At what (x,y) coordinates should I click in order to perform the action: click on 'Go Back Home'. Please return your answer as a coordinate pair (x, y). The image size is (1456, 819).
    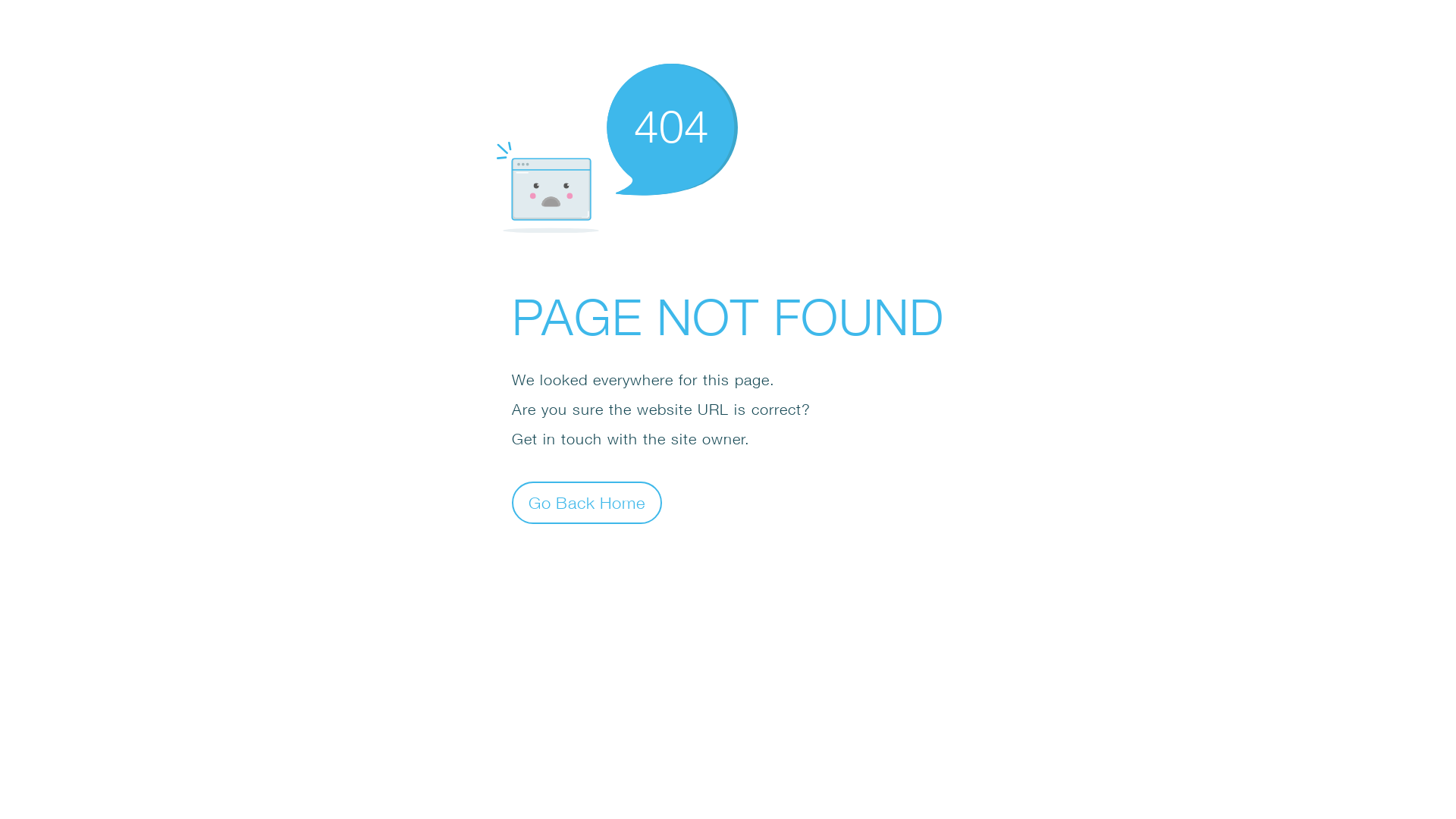
    Looking at the image, I should click on (585, 503).